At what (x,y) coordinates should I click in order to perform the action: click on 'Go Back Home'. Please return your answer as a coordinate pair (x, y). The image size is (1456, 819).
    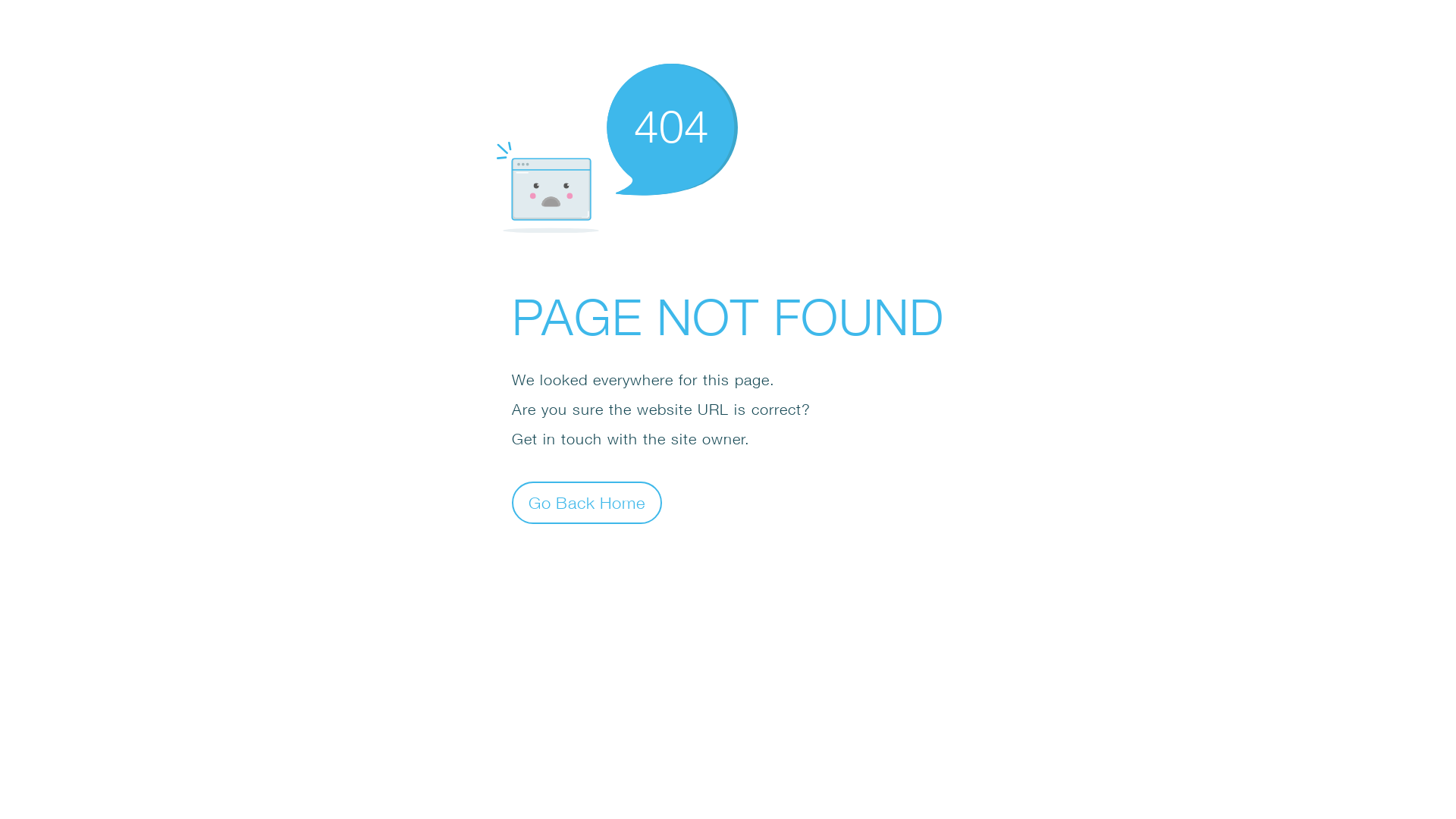
    Looking at the image, I should click on (585, 503).